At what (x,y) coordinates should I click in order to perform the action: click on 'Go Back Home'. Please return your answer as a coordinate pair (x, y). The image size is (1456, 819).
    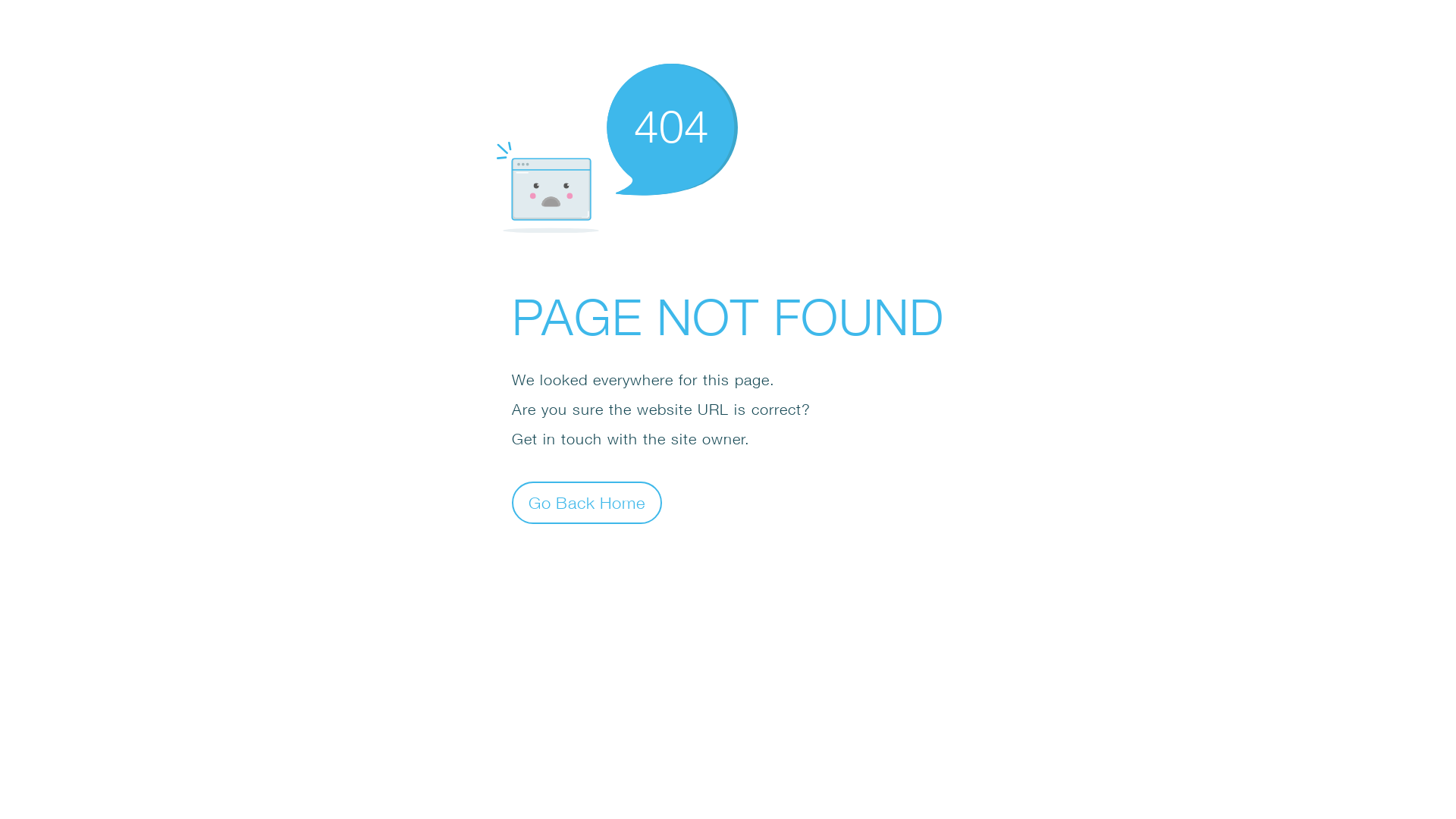
    Looking at the image, I should click on (585, 503).